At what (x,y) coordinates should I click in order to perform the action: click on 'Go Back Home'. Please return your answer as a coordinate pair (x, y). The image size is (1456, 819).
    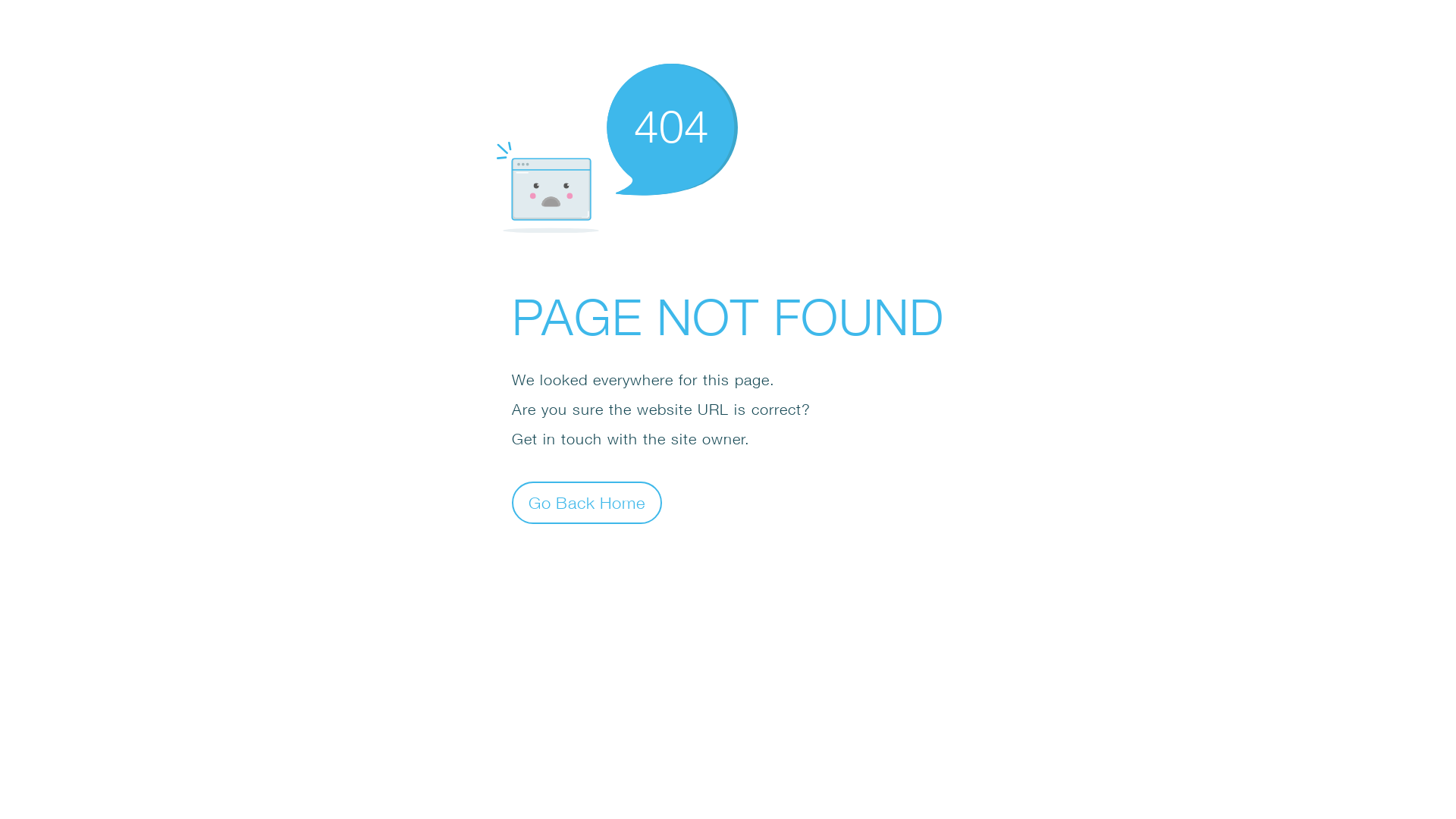
    Looking at the image, I should click on (585, 503).